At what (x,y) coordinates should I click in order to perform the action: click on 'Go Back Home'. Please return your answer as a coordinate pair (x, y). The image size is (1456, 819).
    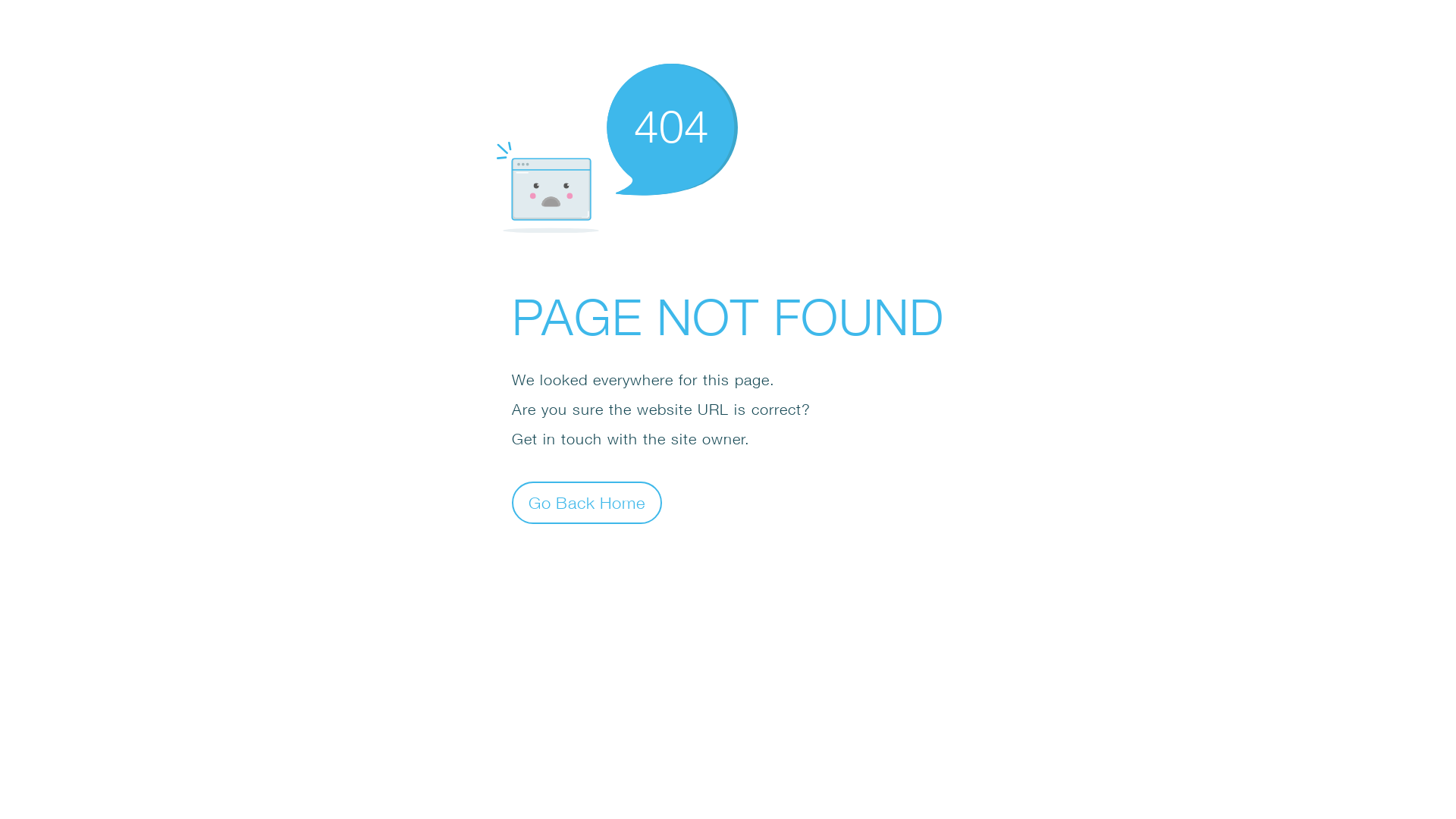
    Looking at the image, I should click on (585, 503).